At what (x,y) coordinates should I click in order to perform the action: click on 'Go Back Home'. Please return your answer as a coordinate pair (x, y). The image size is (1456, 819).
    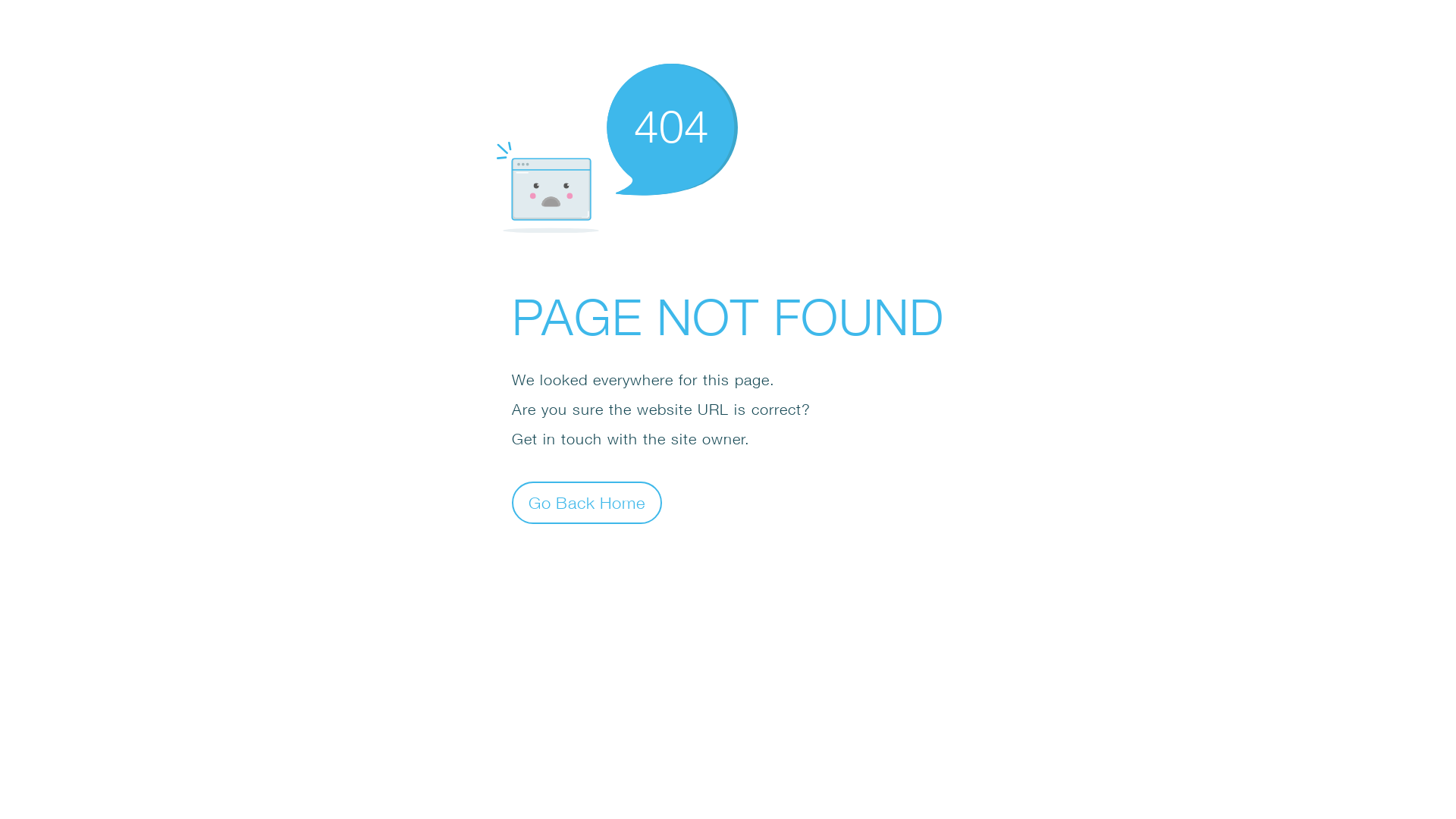
    Looking at the image, I should click on (585, 503).